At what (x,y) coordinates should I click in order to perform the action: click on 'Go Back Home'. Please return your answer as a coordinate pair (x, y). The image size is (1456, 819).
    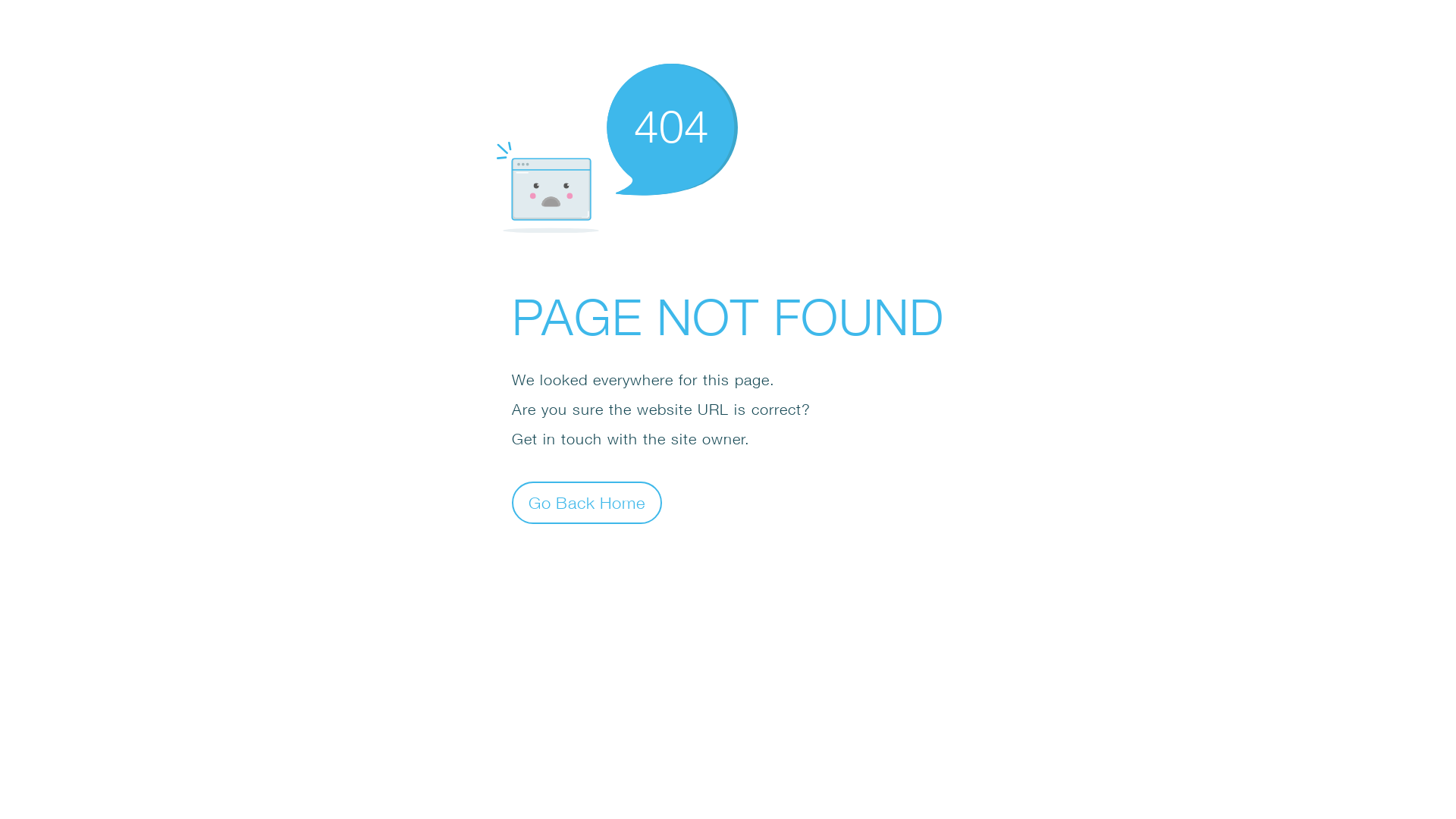
    Looking at the image, I should click on (585, 503).